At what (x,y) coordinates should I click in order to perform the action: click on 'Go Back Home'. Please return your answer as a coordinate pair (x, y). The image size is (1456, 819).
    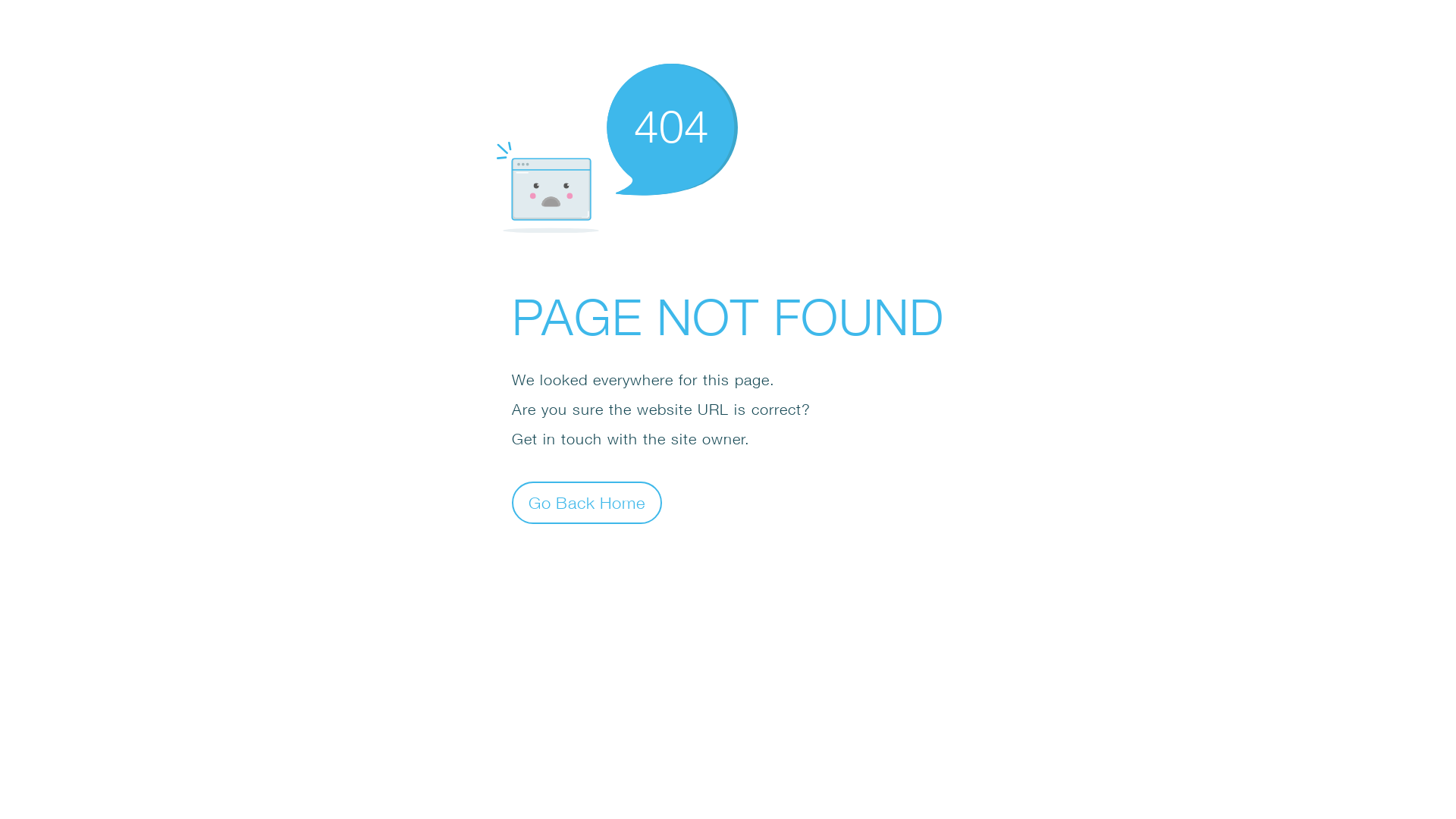
    Looking at the image, I should click on (585, 503).